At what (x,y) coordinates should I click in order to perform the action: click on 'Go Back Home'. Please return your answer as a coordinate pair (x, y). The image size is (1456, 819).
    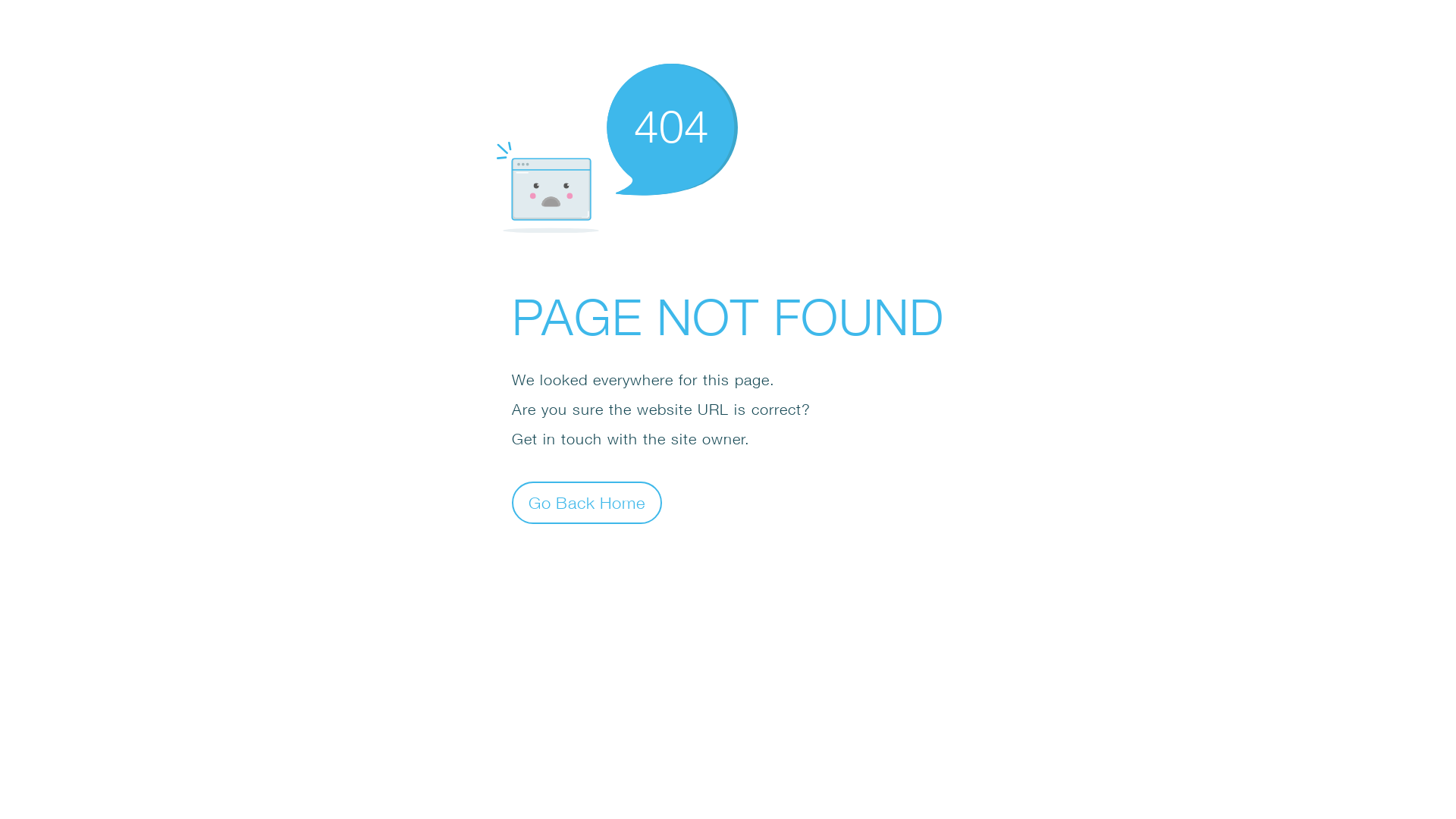
    Looking at the image, I should click on (585, 503).